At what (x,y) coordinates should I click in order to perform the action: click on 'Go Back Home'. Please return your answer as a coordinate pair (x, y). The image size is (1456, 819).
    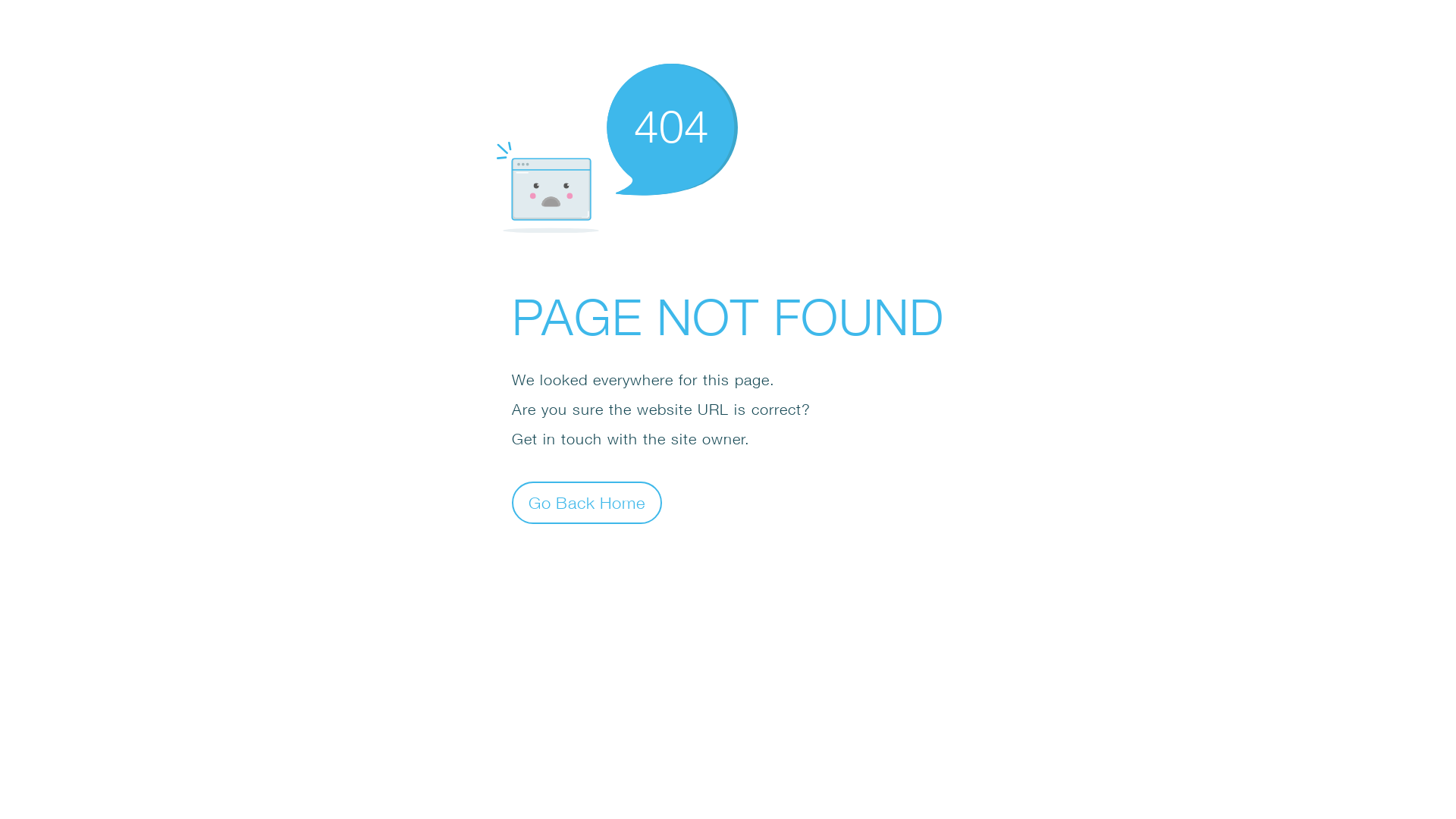
    Looking at the image, I should click on (585, 503).